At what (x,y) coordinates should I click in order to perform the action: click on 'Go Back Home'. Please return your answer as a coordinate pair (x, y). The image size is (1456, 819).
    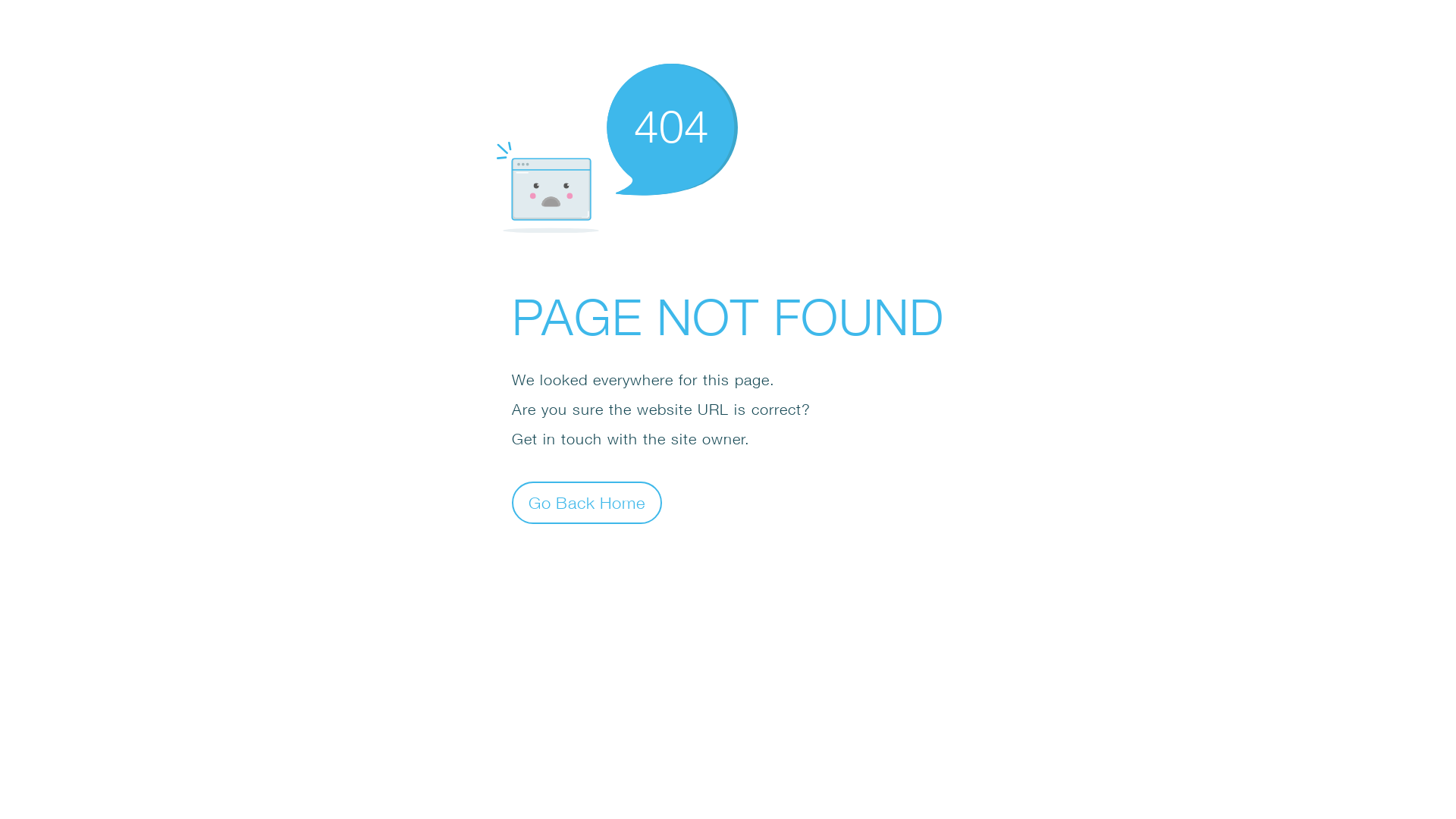
    Looking at the image, I should click on (585, 503).